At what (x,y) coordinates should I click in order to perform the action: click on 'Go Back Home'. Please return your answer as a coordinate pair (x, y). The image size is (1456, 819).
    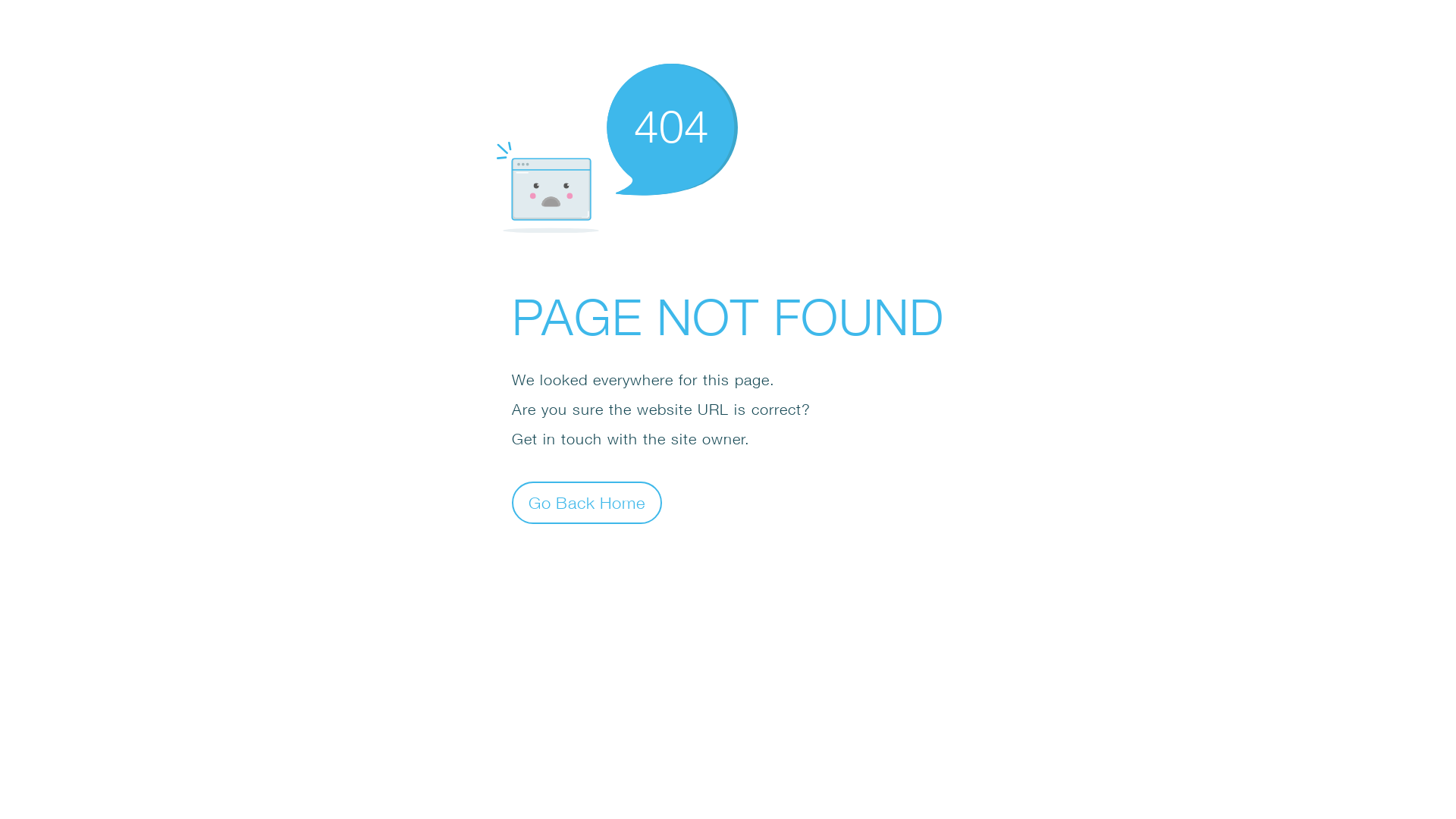
    Looking at the image, I should click on (585, 503).